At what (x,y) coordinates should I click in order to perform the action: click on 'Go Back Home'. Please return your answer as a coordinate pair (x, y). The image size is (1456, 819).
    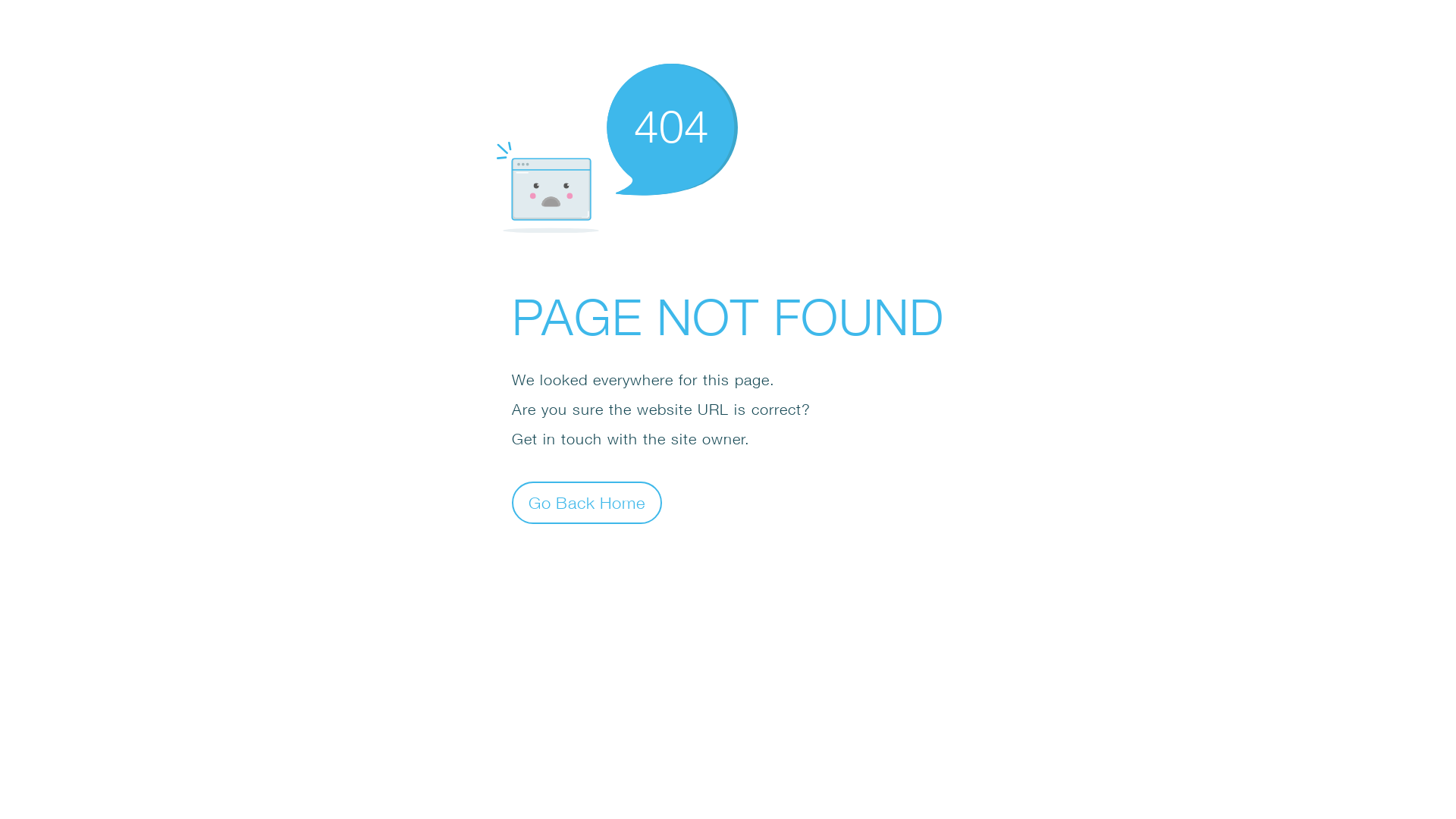
    Looking at the image, I should click on (585, 503).